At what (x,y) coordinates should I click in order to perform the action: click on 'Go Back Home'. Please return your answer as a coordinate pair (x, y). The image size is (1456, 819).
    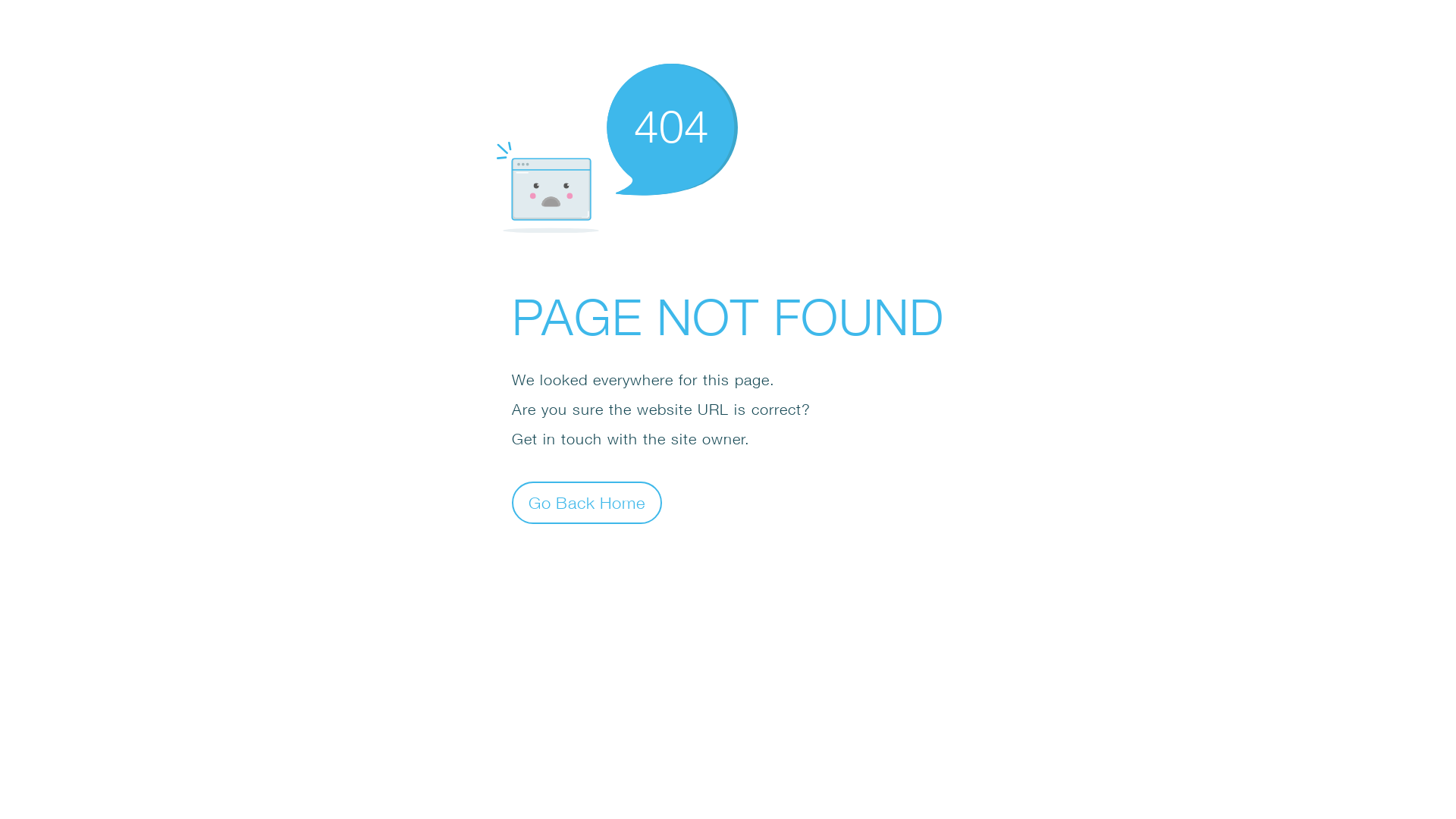
    Looking at the image, I should click on (585, 503).